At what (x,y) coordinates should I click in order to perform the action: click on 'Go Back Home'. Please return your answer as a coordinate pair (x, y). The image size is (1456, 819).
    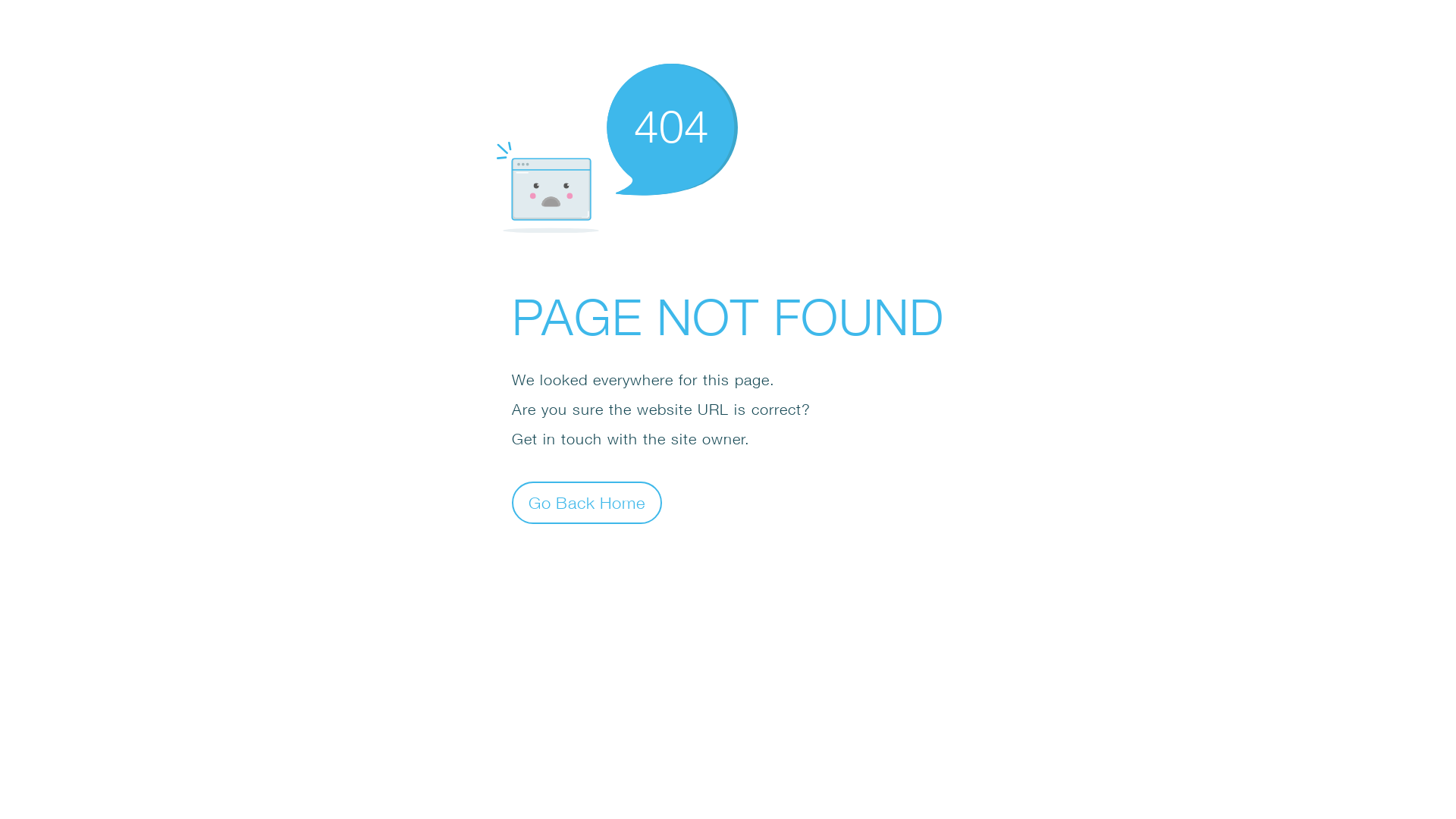
    Looking at the image, I should click on (585, 503).